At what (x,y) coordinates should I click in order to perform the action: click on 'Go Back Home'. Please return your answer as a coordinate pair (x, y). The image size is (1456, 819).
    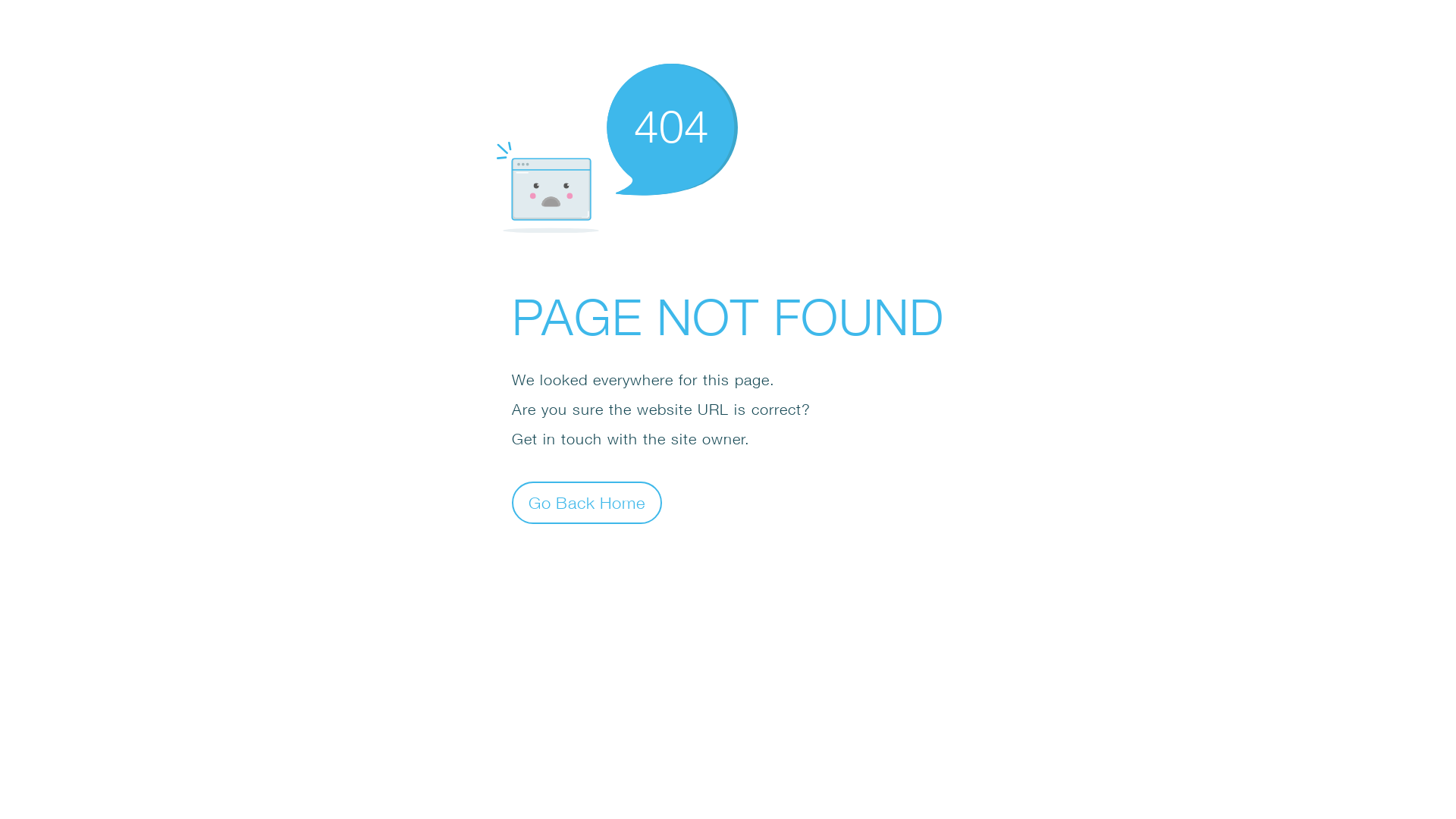
    Looking at the image, I should click on (585, 503).